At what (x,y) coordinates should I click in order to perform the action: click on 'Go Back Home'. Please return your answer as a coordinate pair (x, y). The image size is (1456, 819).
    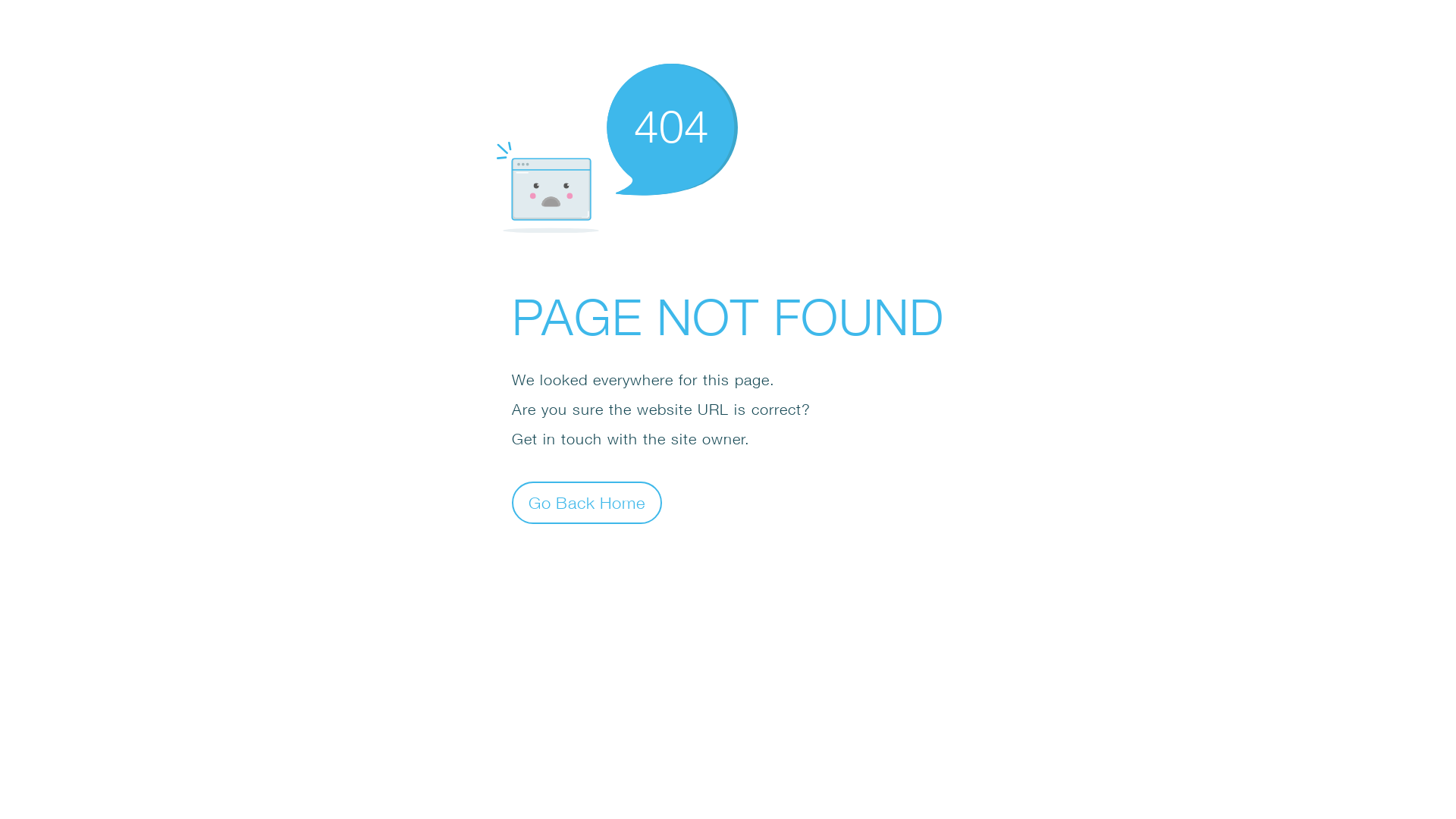
    Looking at the image, I should click on (585, 503).